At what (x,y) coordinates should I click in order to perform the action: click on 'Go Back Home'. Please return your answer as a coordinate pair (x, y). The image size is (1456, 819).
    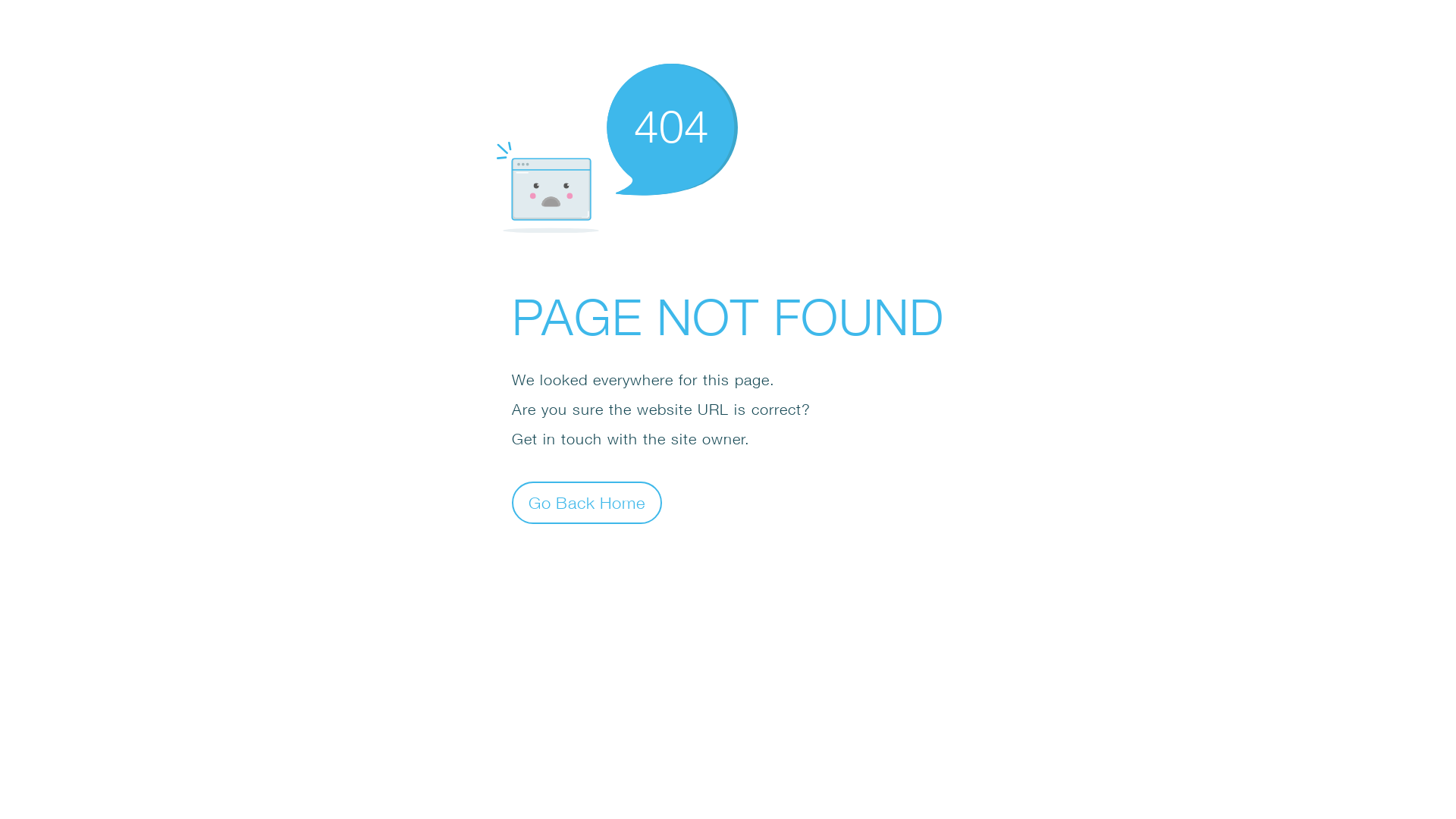
    Looking at the image, I should click on (585, 503).